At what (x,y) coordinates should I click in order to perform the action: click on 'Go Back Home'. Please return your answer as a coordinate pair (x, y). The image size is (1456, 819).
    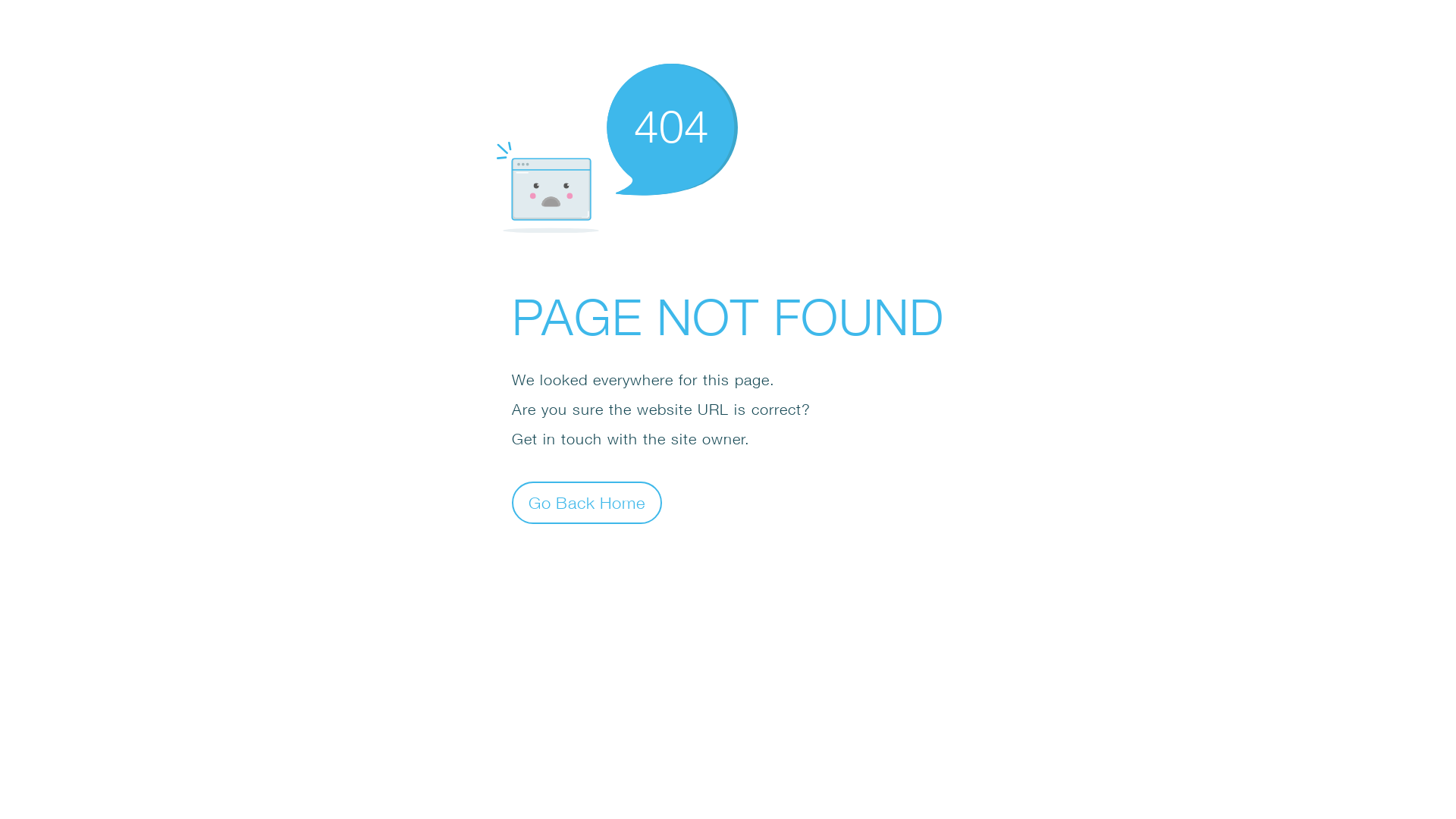
    Looking at the image, I should click on (585, 503).